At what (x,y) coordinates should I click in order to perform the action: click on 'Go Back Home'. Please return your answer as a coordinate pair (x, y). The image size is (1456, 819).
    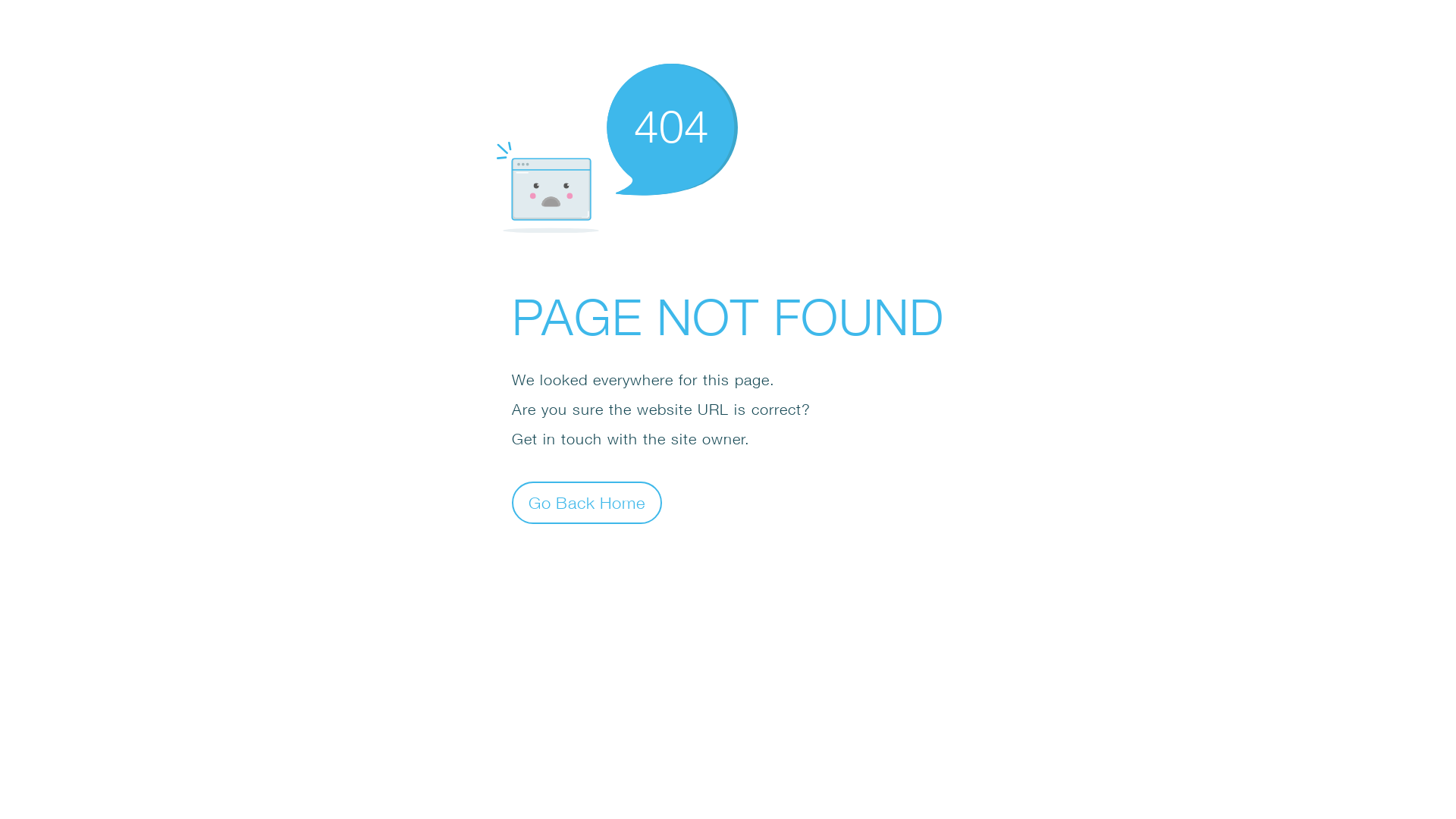
    Looking at the image, I should click on (585, 503).